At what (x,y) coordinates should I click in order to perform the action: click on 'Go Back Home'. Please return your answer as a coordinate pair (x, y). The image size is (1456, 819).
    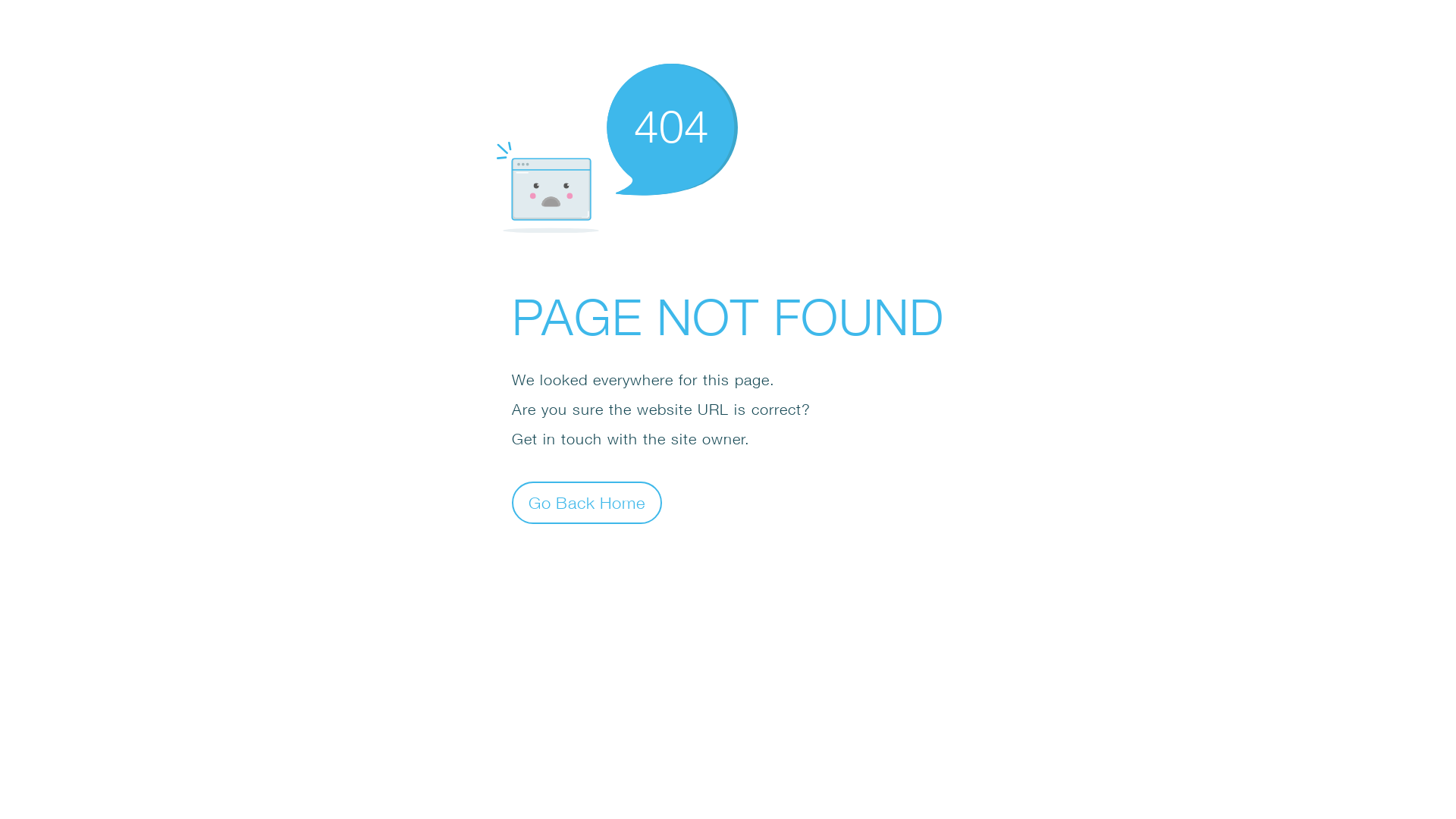
    Looking at the image, I should click on (585, 503).